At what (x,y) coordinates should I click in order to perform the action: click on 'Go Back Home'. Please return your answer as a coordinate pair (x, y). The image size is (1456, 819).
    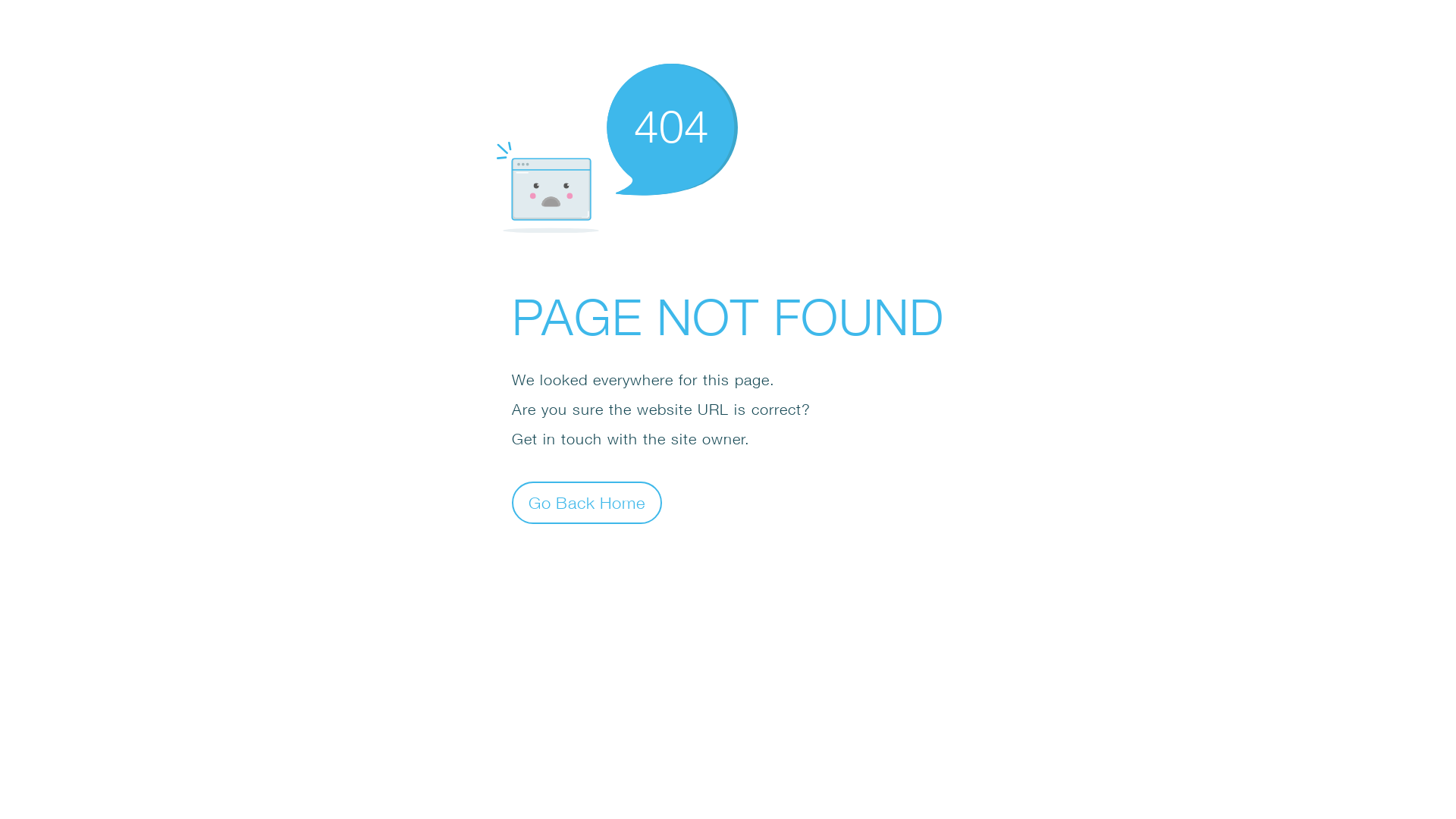
    Looking at the image, I should click on (585, 503).